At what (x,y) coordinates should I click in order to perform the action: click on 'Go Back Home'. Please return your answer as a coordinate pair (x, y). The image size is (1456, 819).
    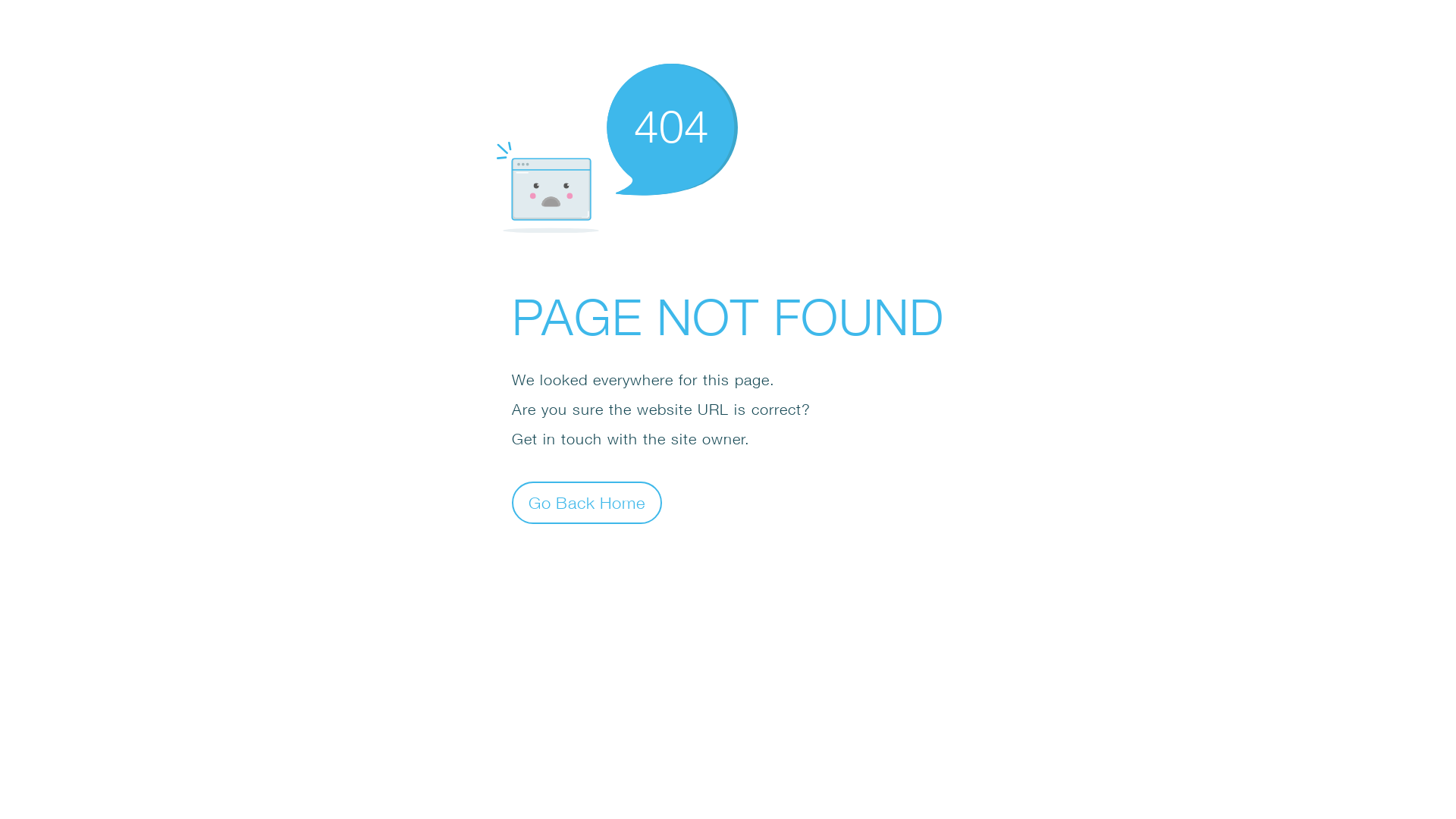
    Looking at the image, I should click on (585, 503).